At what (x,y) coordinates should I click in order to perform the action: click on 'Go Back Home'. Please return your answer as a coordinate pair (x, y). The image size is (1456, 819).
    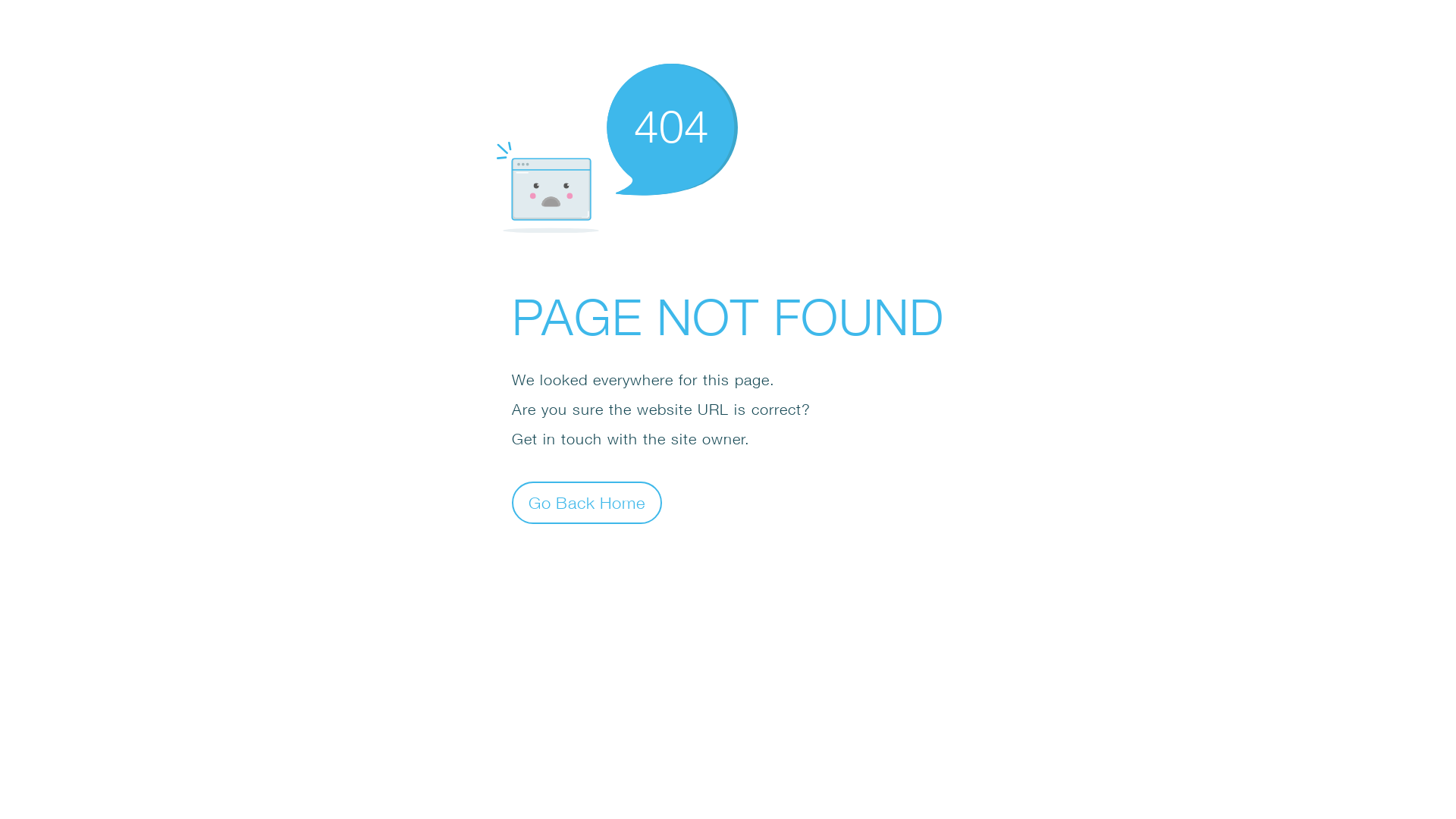
    Looking at the image, I should click on (585, 503).